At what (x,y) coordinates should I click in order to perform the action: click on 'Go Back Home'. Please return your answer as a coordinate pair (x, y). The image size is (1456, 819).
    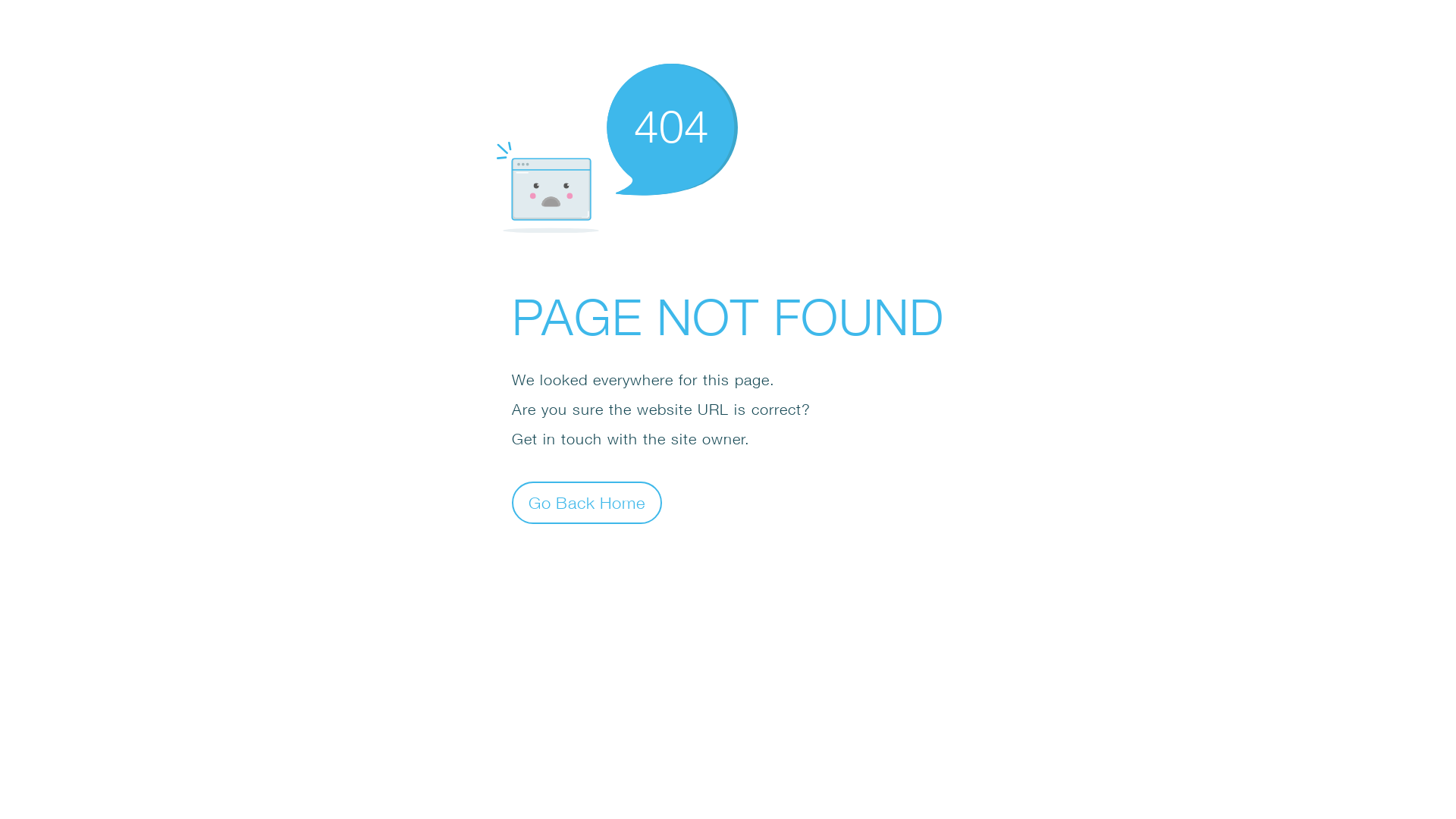
    Looking at the image, I should click on (585, 503).